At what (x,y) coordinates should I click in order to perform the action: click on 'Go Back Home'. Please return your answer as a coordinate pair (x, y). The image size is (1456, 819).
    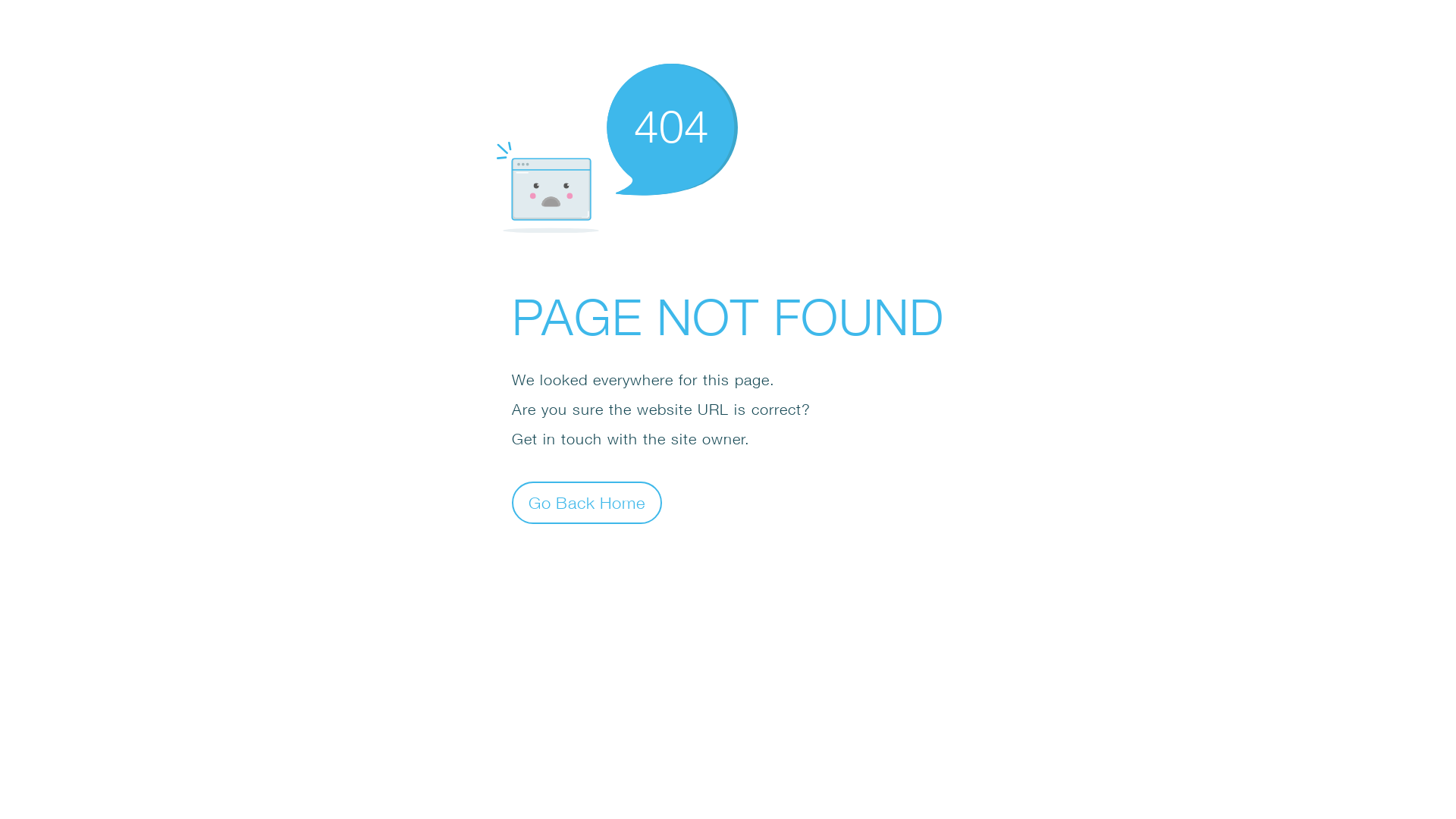
    Looking at the image, I should click on (585, 503).